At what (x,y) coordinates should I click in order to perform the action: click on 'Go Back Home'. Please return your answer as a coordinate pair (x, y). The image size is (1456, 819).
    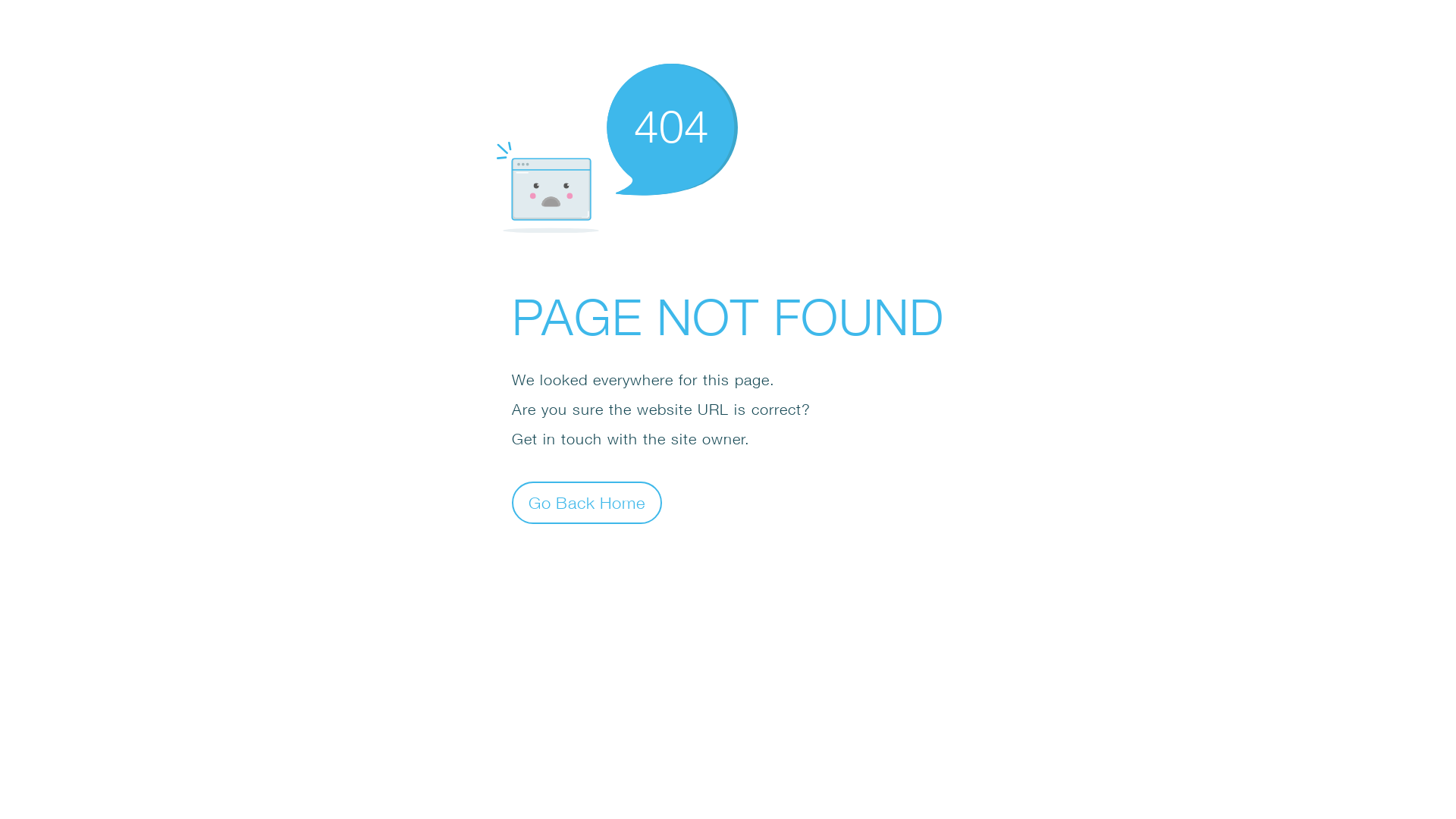
    Looking at the image, I should click on (585, 503).